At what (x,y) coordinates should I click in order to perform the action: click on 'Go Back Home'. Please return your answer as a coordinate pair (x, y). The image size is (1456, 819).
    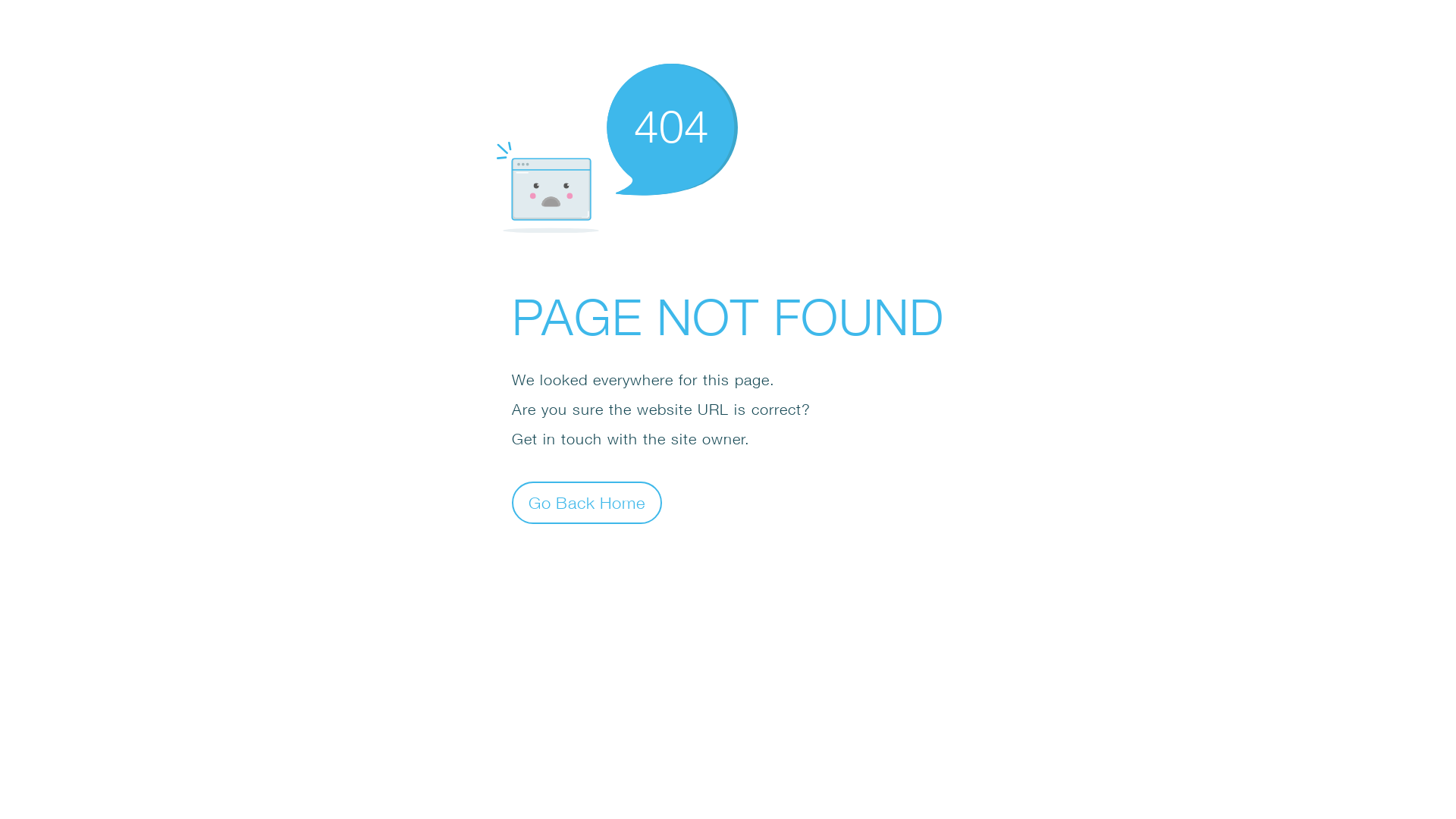
    Looking at the image, I should click on (585, 503).